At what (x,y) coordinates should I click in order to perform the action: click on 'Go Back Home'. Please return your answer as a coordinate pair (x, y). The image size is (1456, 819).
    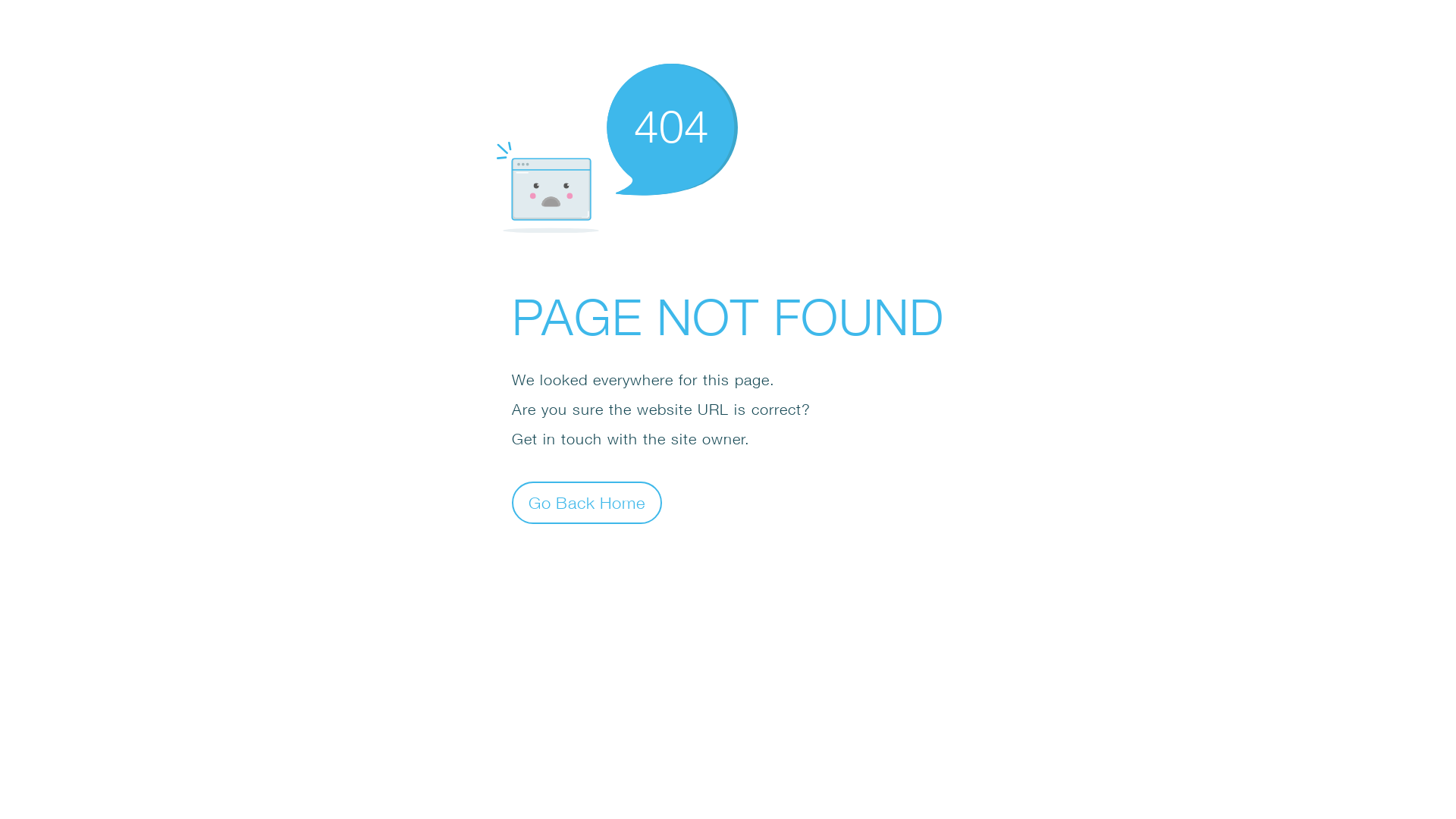
    Looking at the image, I should click on (585, 503).